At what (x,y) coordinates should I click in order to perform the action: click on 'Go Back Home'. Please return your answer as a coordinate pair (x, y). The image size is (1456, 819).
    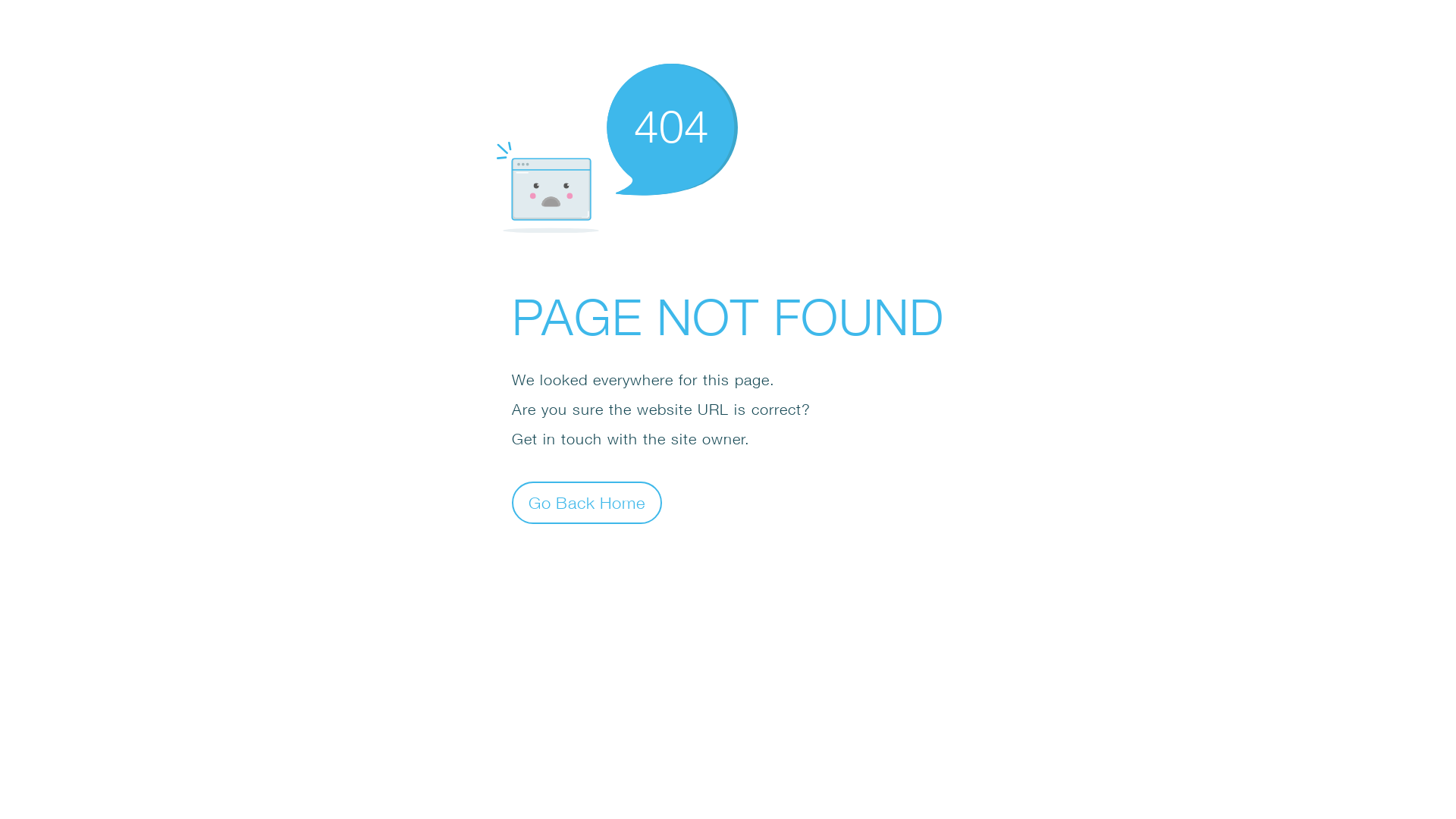
    Looking at the image, I should click on (585, 503).